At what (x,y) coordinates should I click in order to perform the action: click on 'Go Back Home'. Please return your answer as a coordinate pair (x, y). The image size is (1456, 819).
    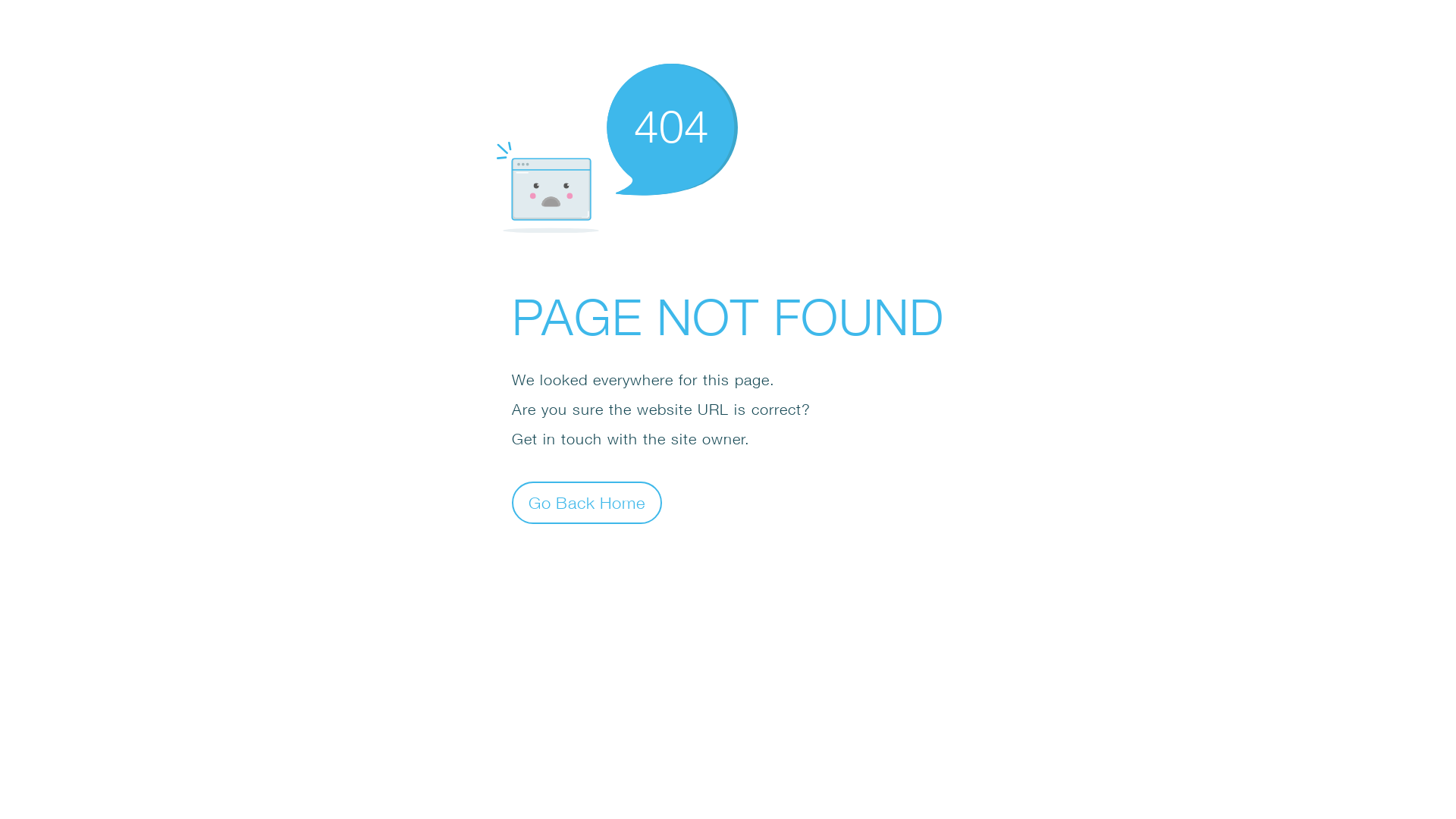
    Looking at the image, I should click on (585, 503).